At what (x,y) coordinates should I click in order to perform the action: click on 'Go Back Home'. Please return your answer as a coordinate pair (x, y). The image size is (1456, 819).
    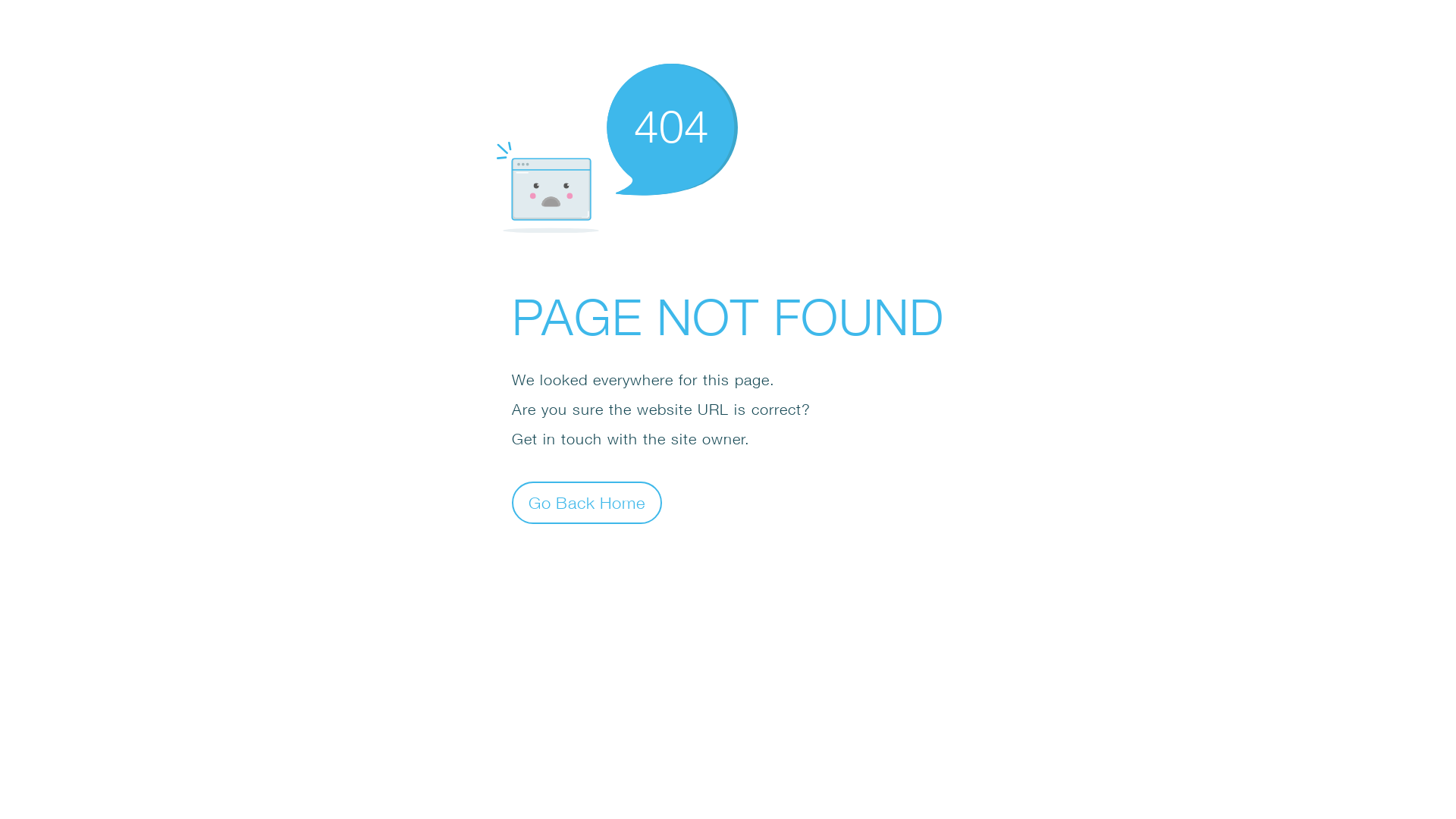
    Looking at the image, I should click on (585, 503).